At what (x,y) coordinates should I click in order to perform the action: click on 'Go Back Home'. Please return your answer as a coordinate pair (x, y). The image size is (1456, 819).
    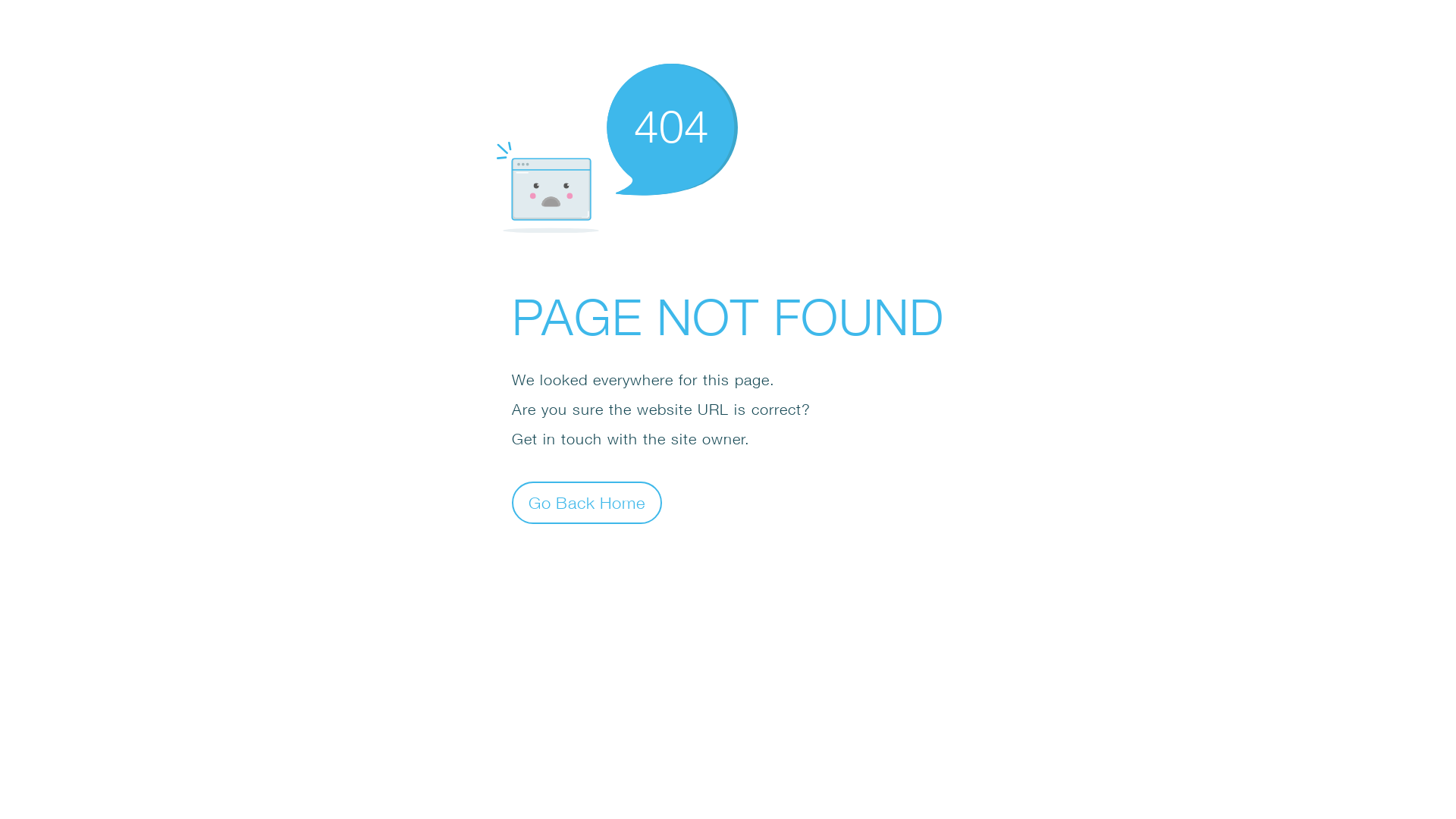
    Looking at the image, I should click on (585, 503).